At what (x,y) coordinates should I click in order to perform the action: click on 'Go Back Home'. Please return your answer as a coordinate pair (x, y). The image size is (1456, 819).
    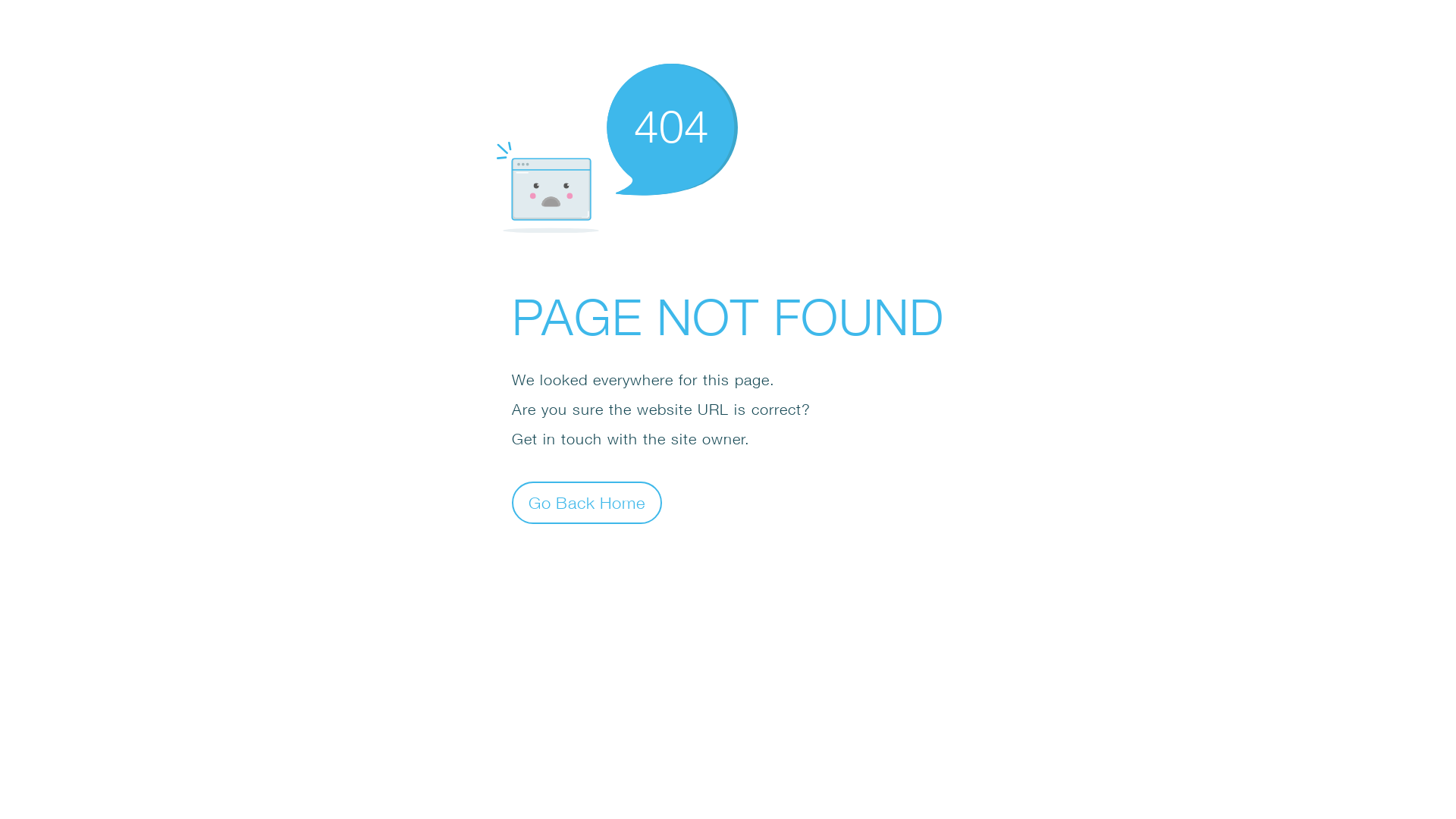
    Looking at the image, I should click on (585, 503).